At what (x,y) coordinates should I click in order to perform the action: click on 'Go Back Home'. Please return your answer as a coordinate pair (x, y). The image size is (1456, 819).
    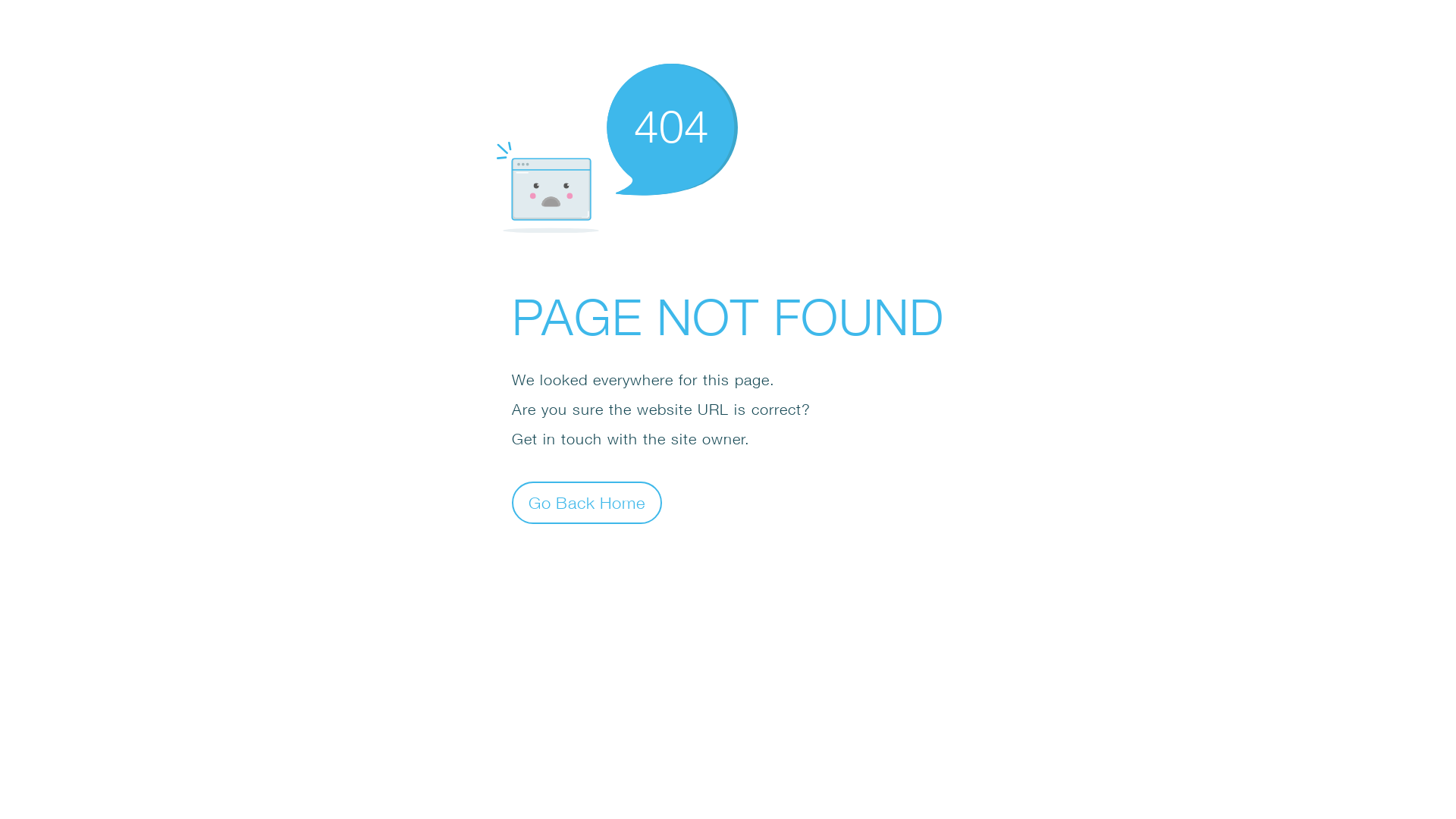
    Looking at the image, I should click on (585, 503).